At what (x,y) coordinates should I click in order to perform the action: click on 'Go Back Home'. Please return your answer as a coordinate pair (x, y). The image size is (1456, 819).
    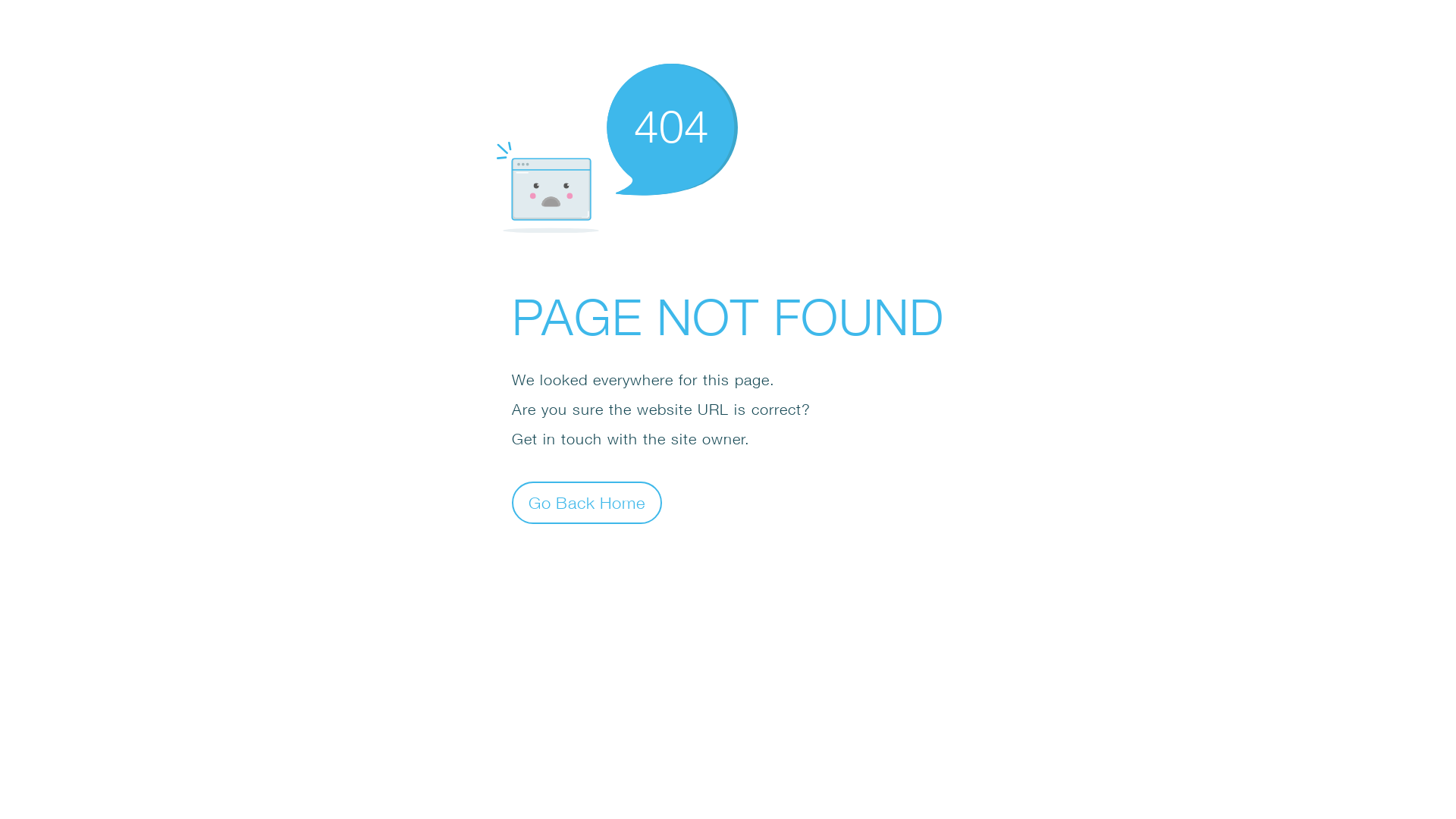
    Looking at the image, I should click on (585, 503).